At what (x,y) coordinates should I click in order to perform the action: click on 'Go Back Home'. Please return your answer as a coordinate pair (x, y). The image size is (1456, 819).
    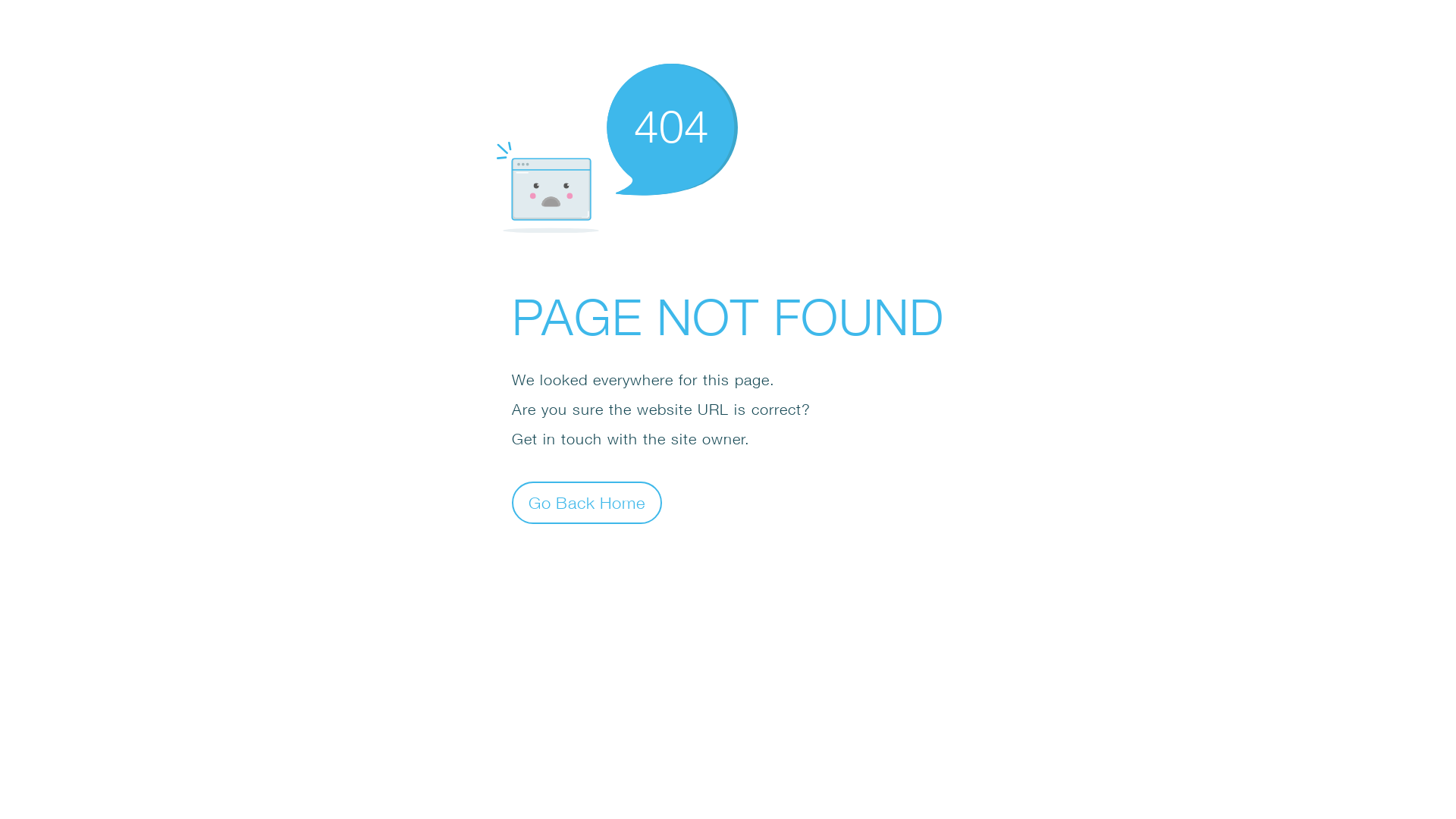
    Looking at the image, I should click on (585, 503).